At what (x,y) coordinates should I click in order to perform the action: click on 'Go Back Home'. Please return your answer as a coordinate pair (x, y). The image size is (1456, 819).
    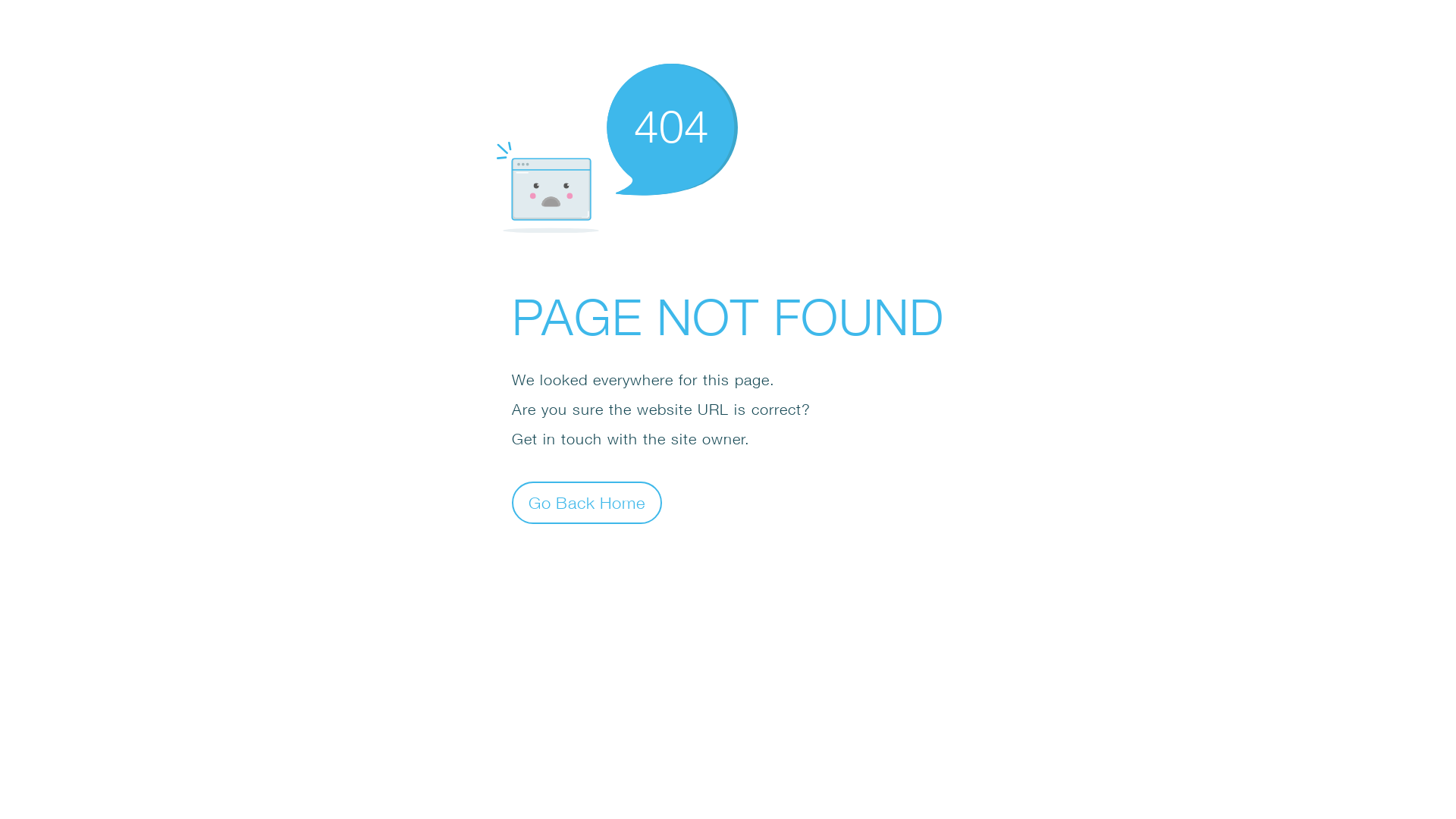
    Looking at the image, I should click on (585, 503).